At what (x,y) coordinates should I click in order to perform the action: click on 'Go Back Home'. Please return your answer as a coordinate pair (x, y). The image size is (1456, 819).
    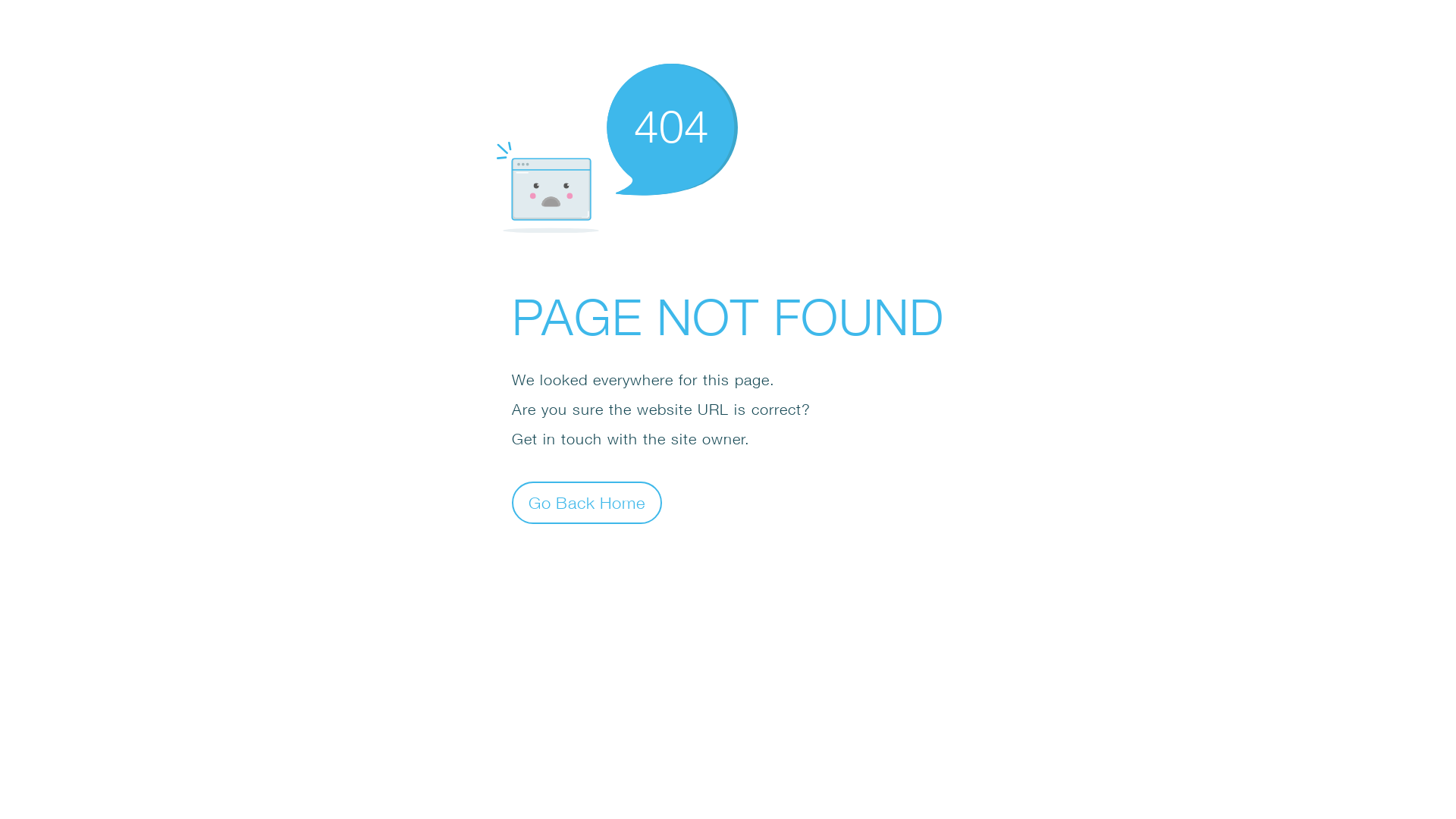
    Looking at the image, I should click on (585, 503).